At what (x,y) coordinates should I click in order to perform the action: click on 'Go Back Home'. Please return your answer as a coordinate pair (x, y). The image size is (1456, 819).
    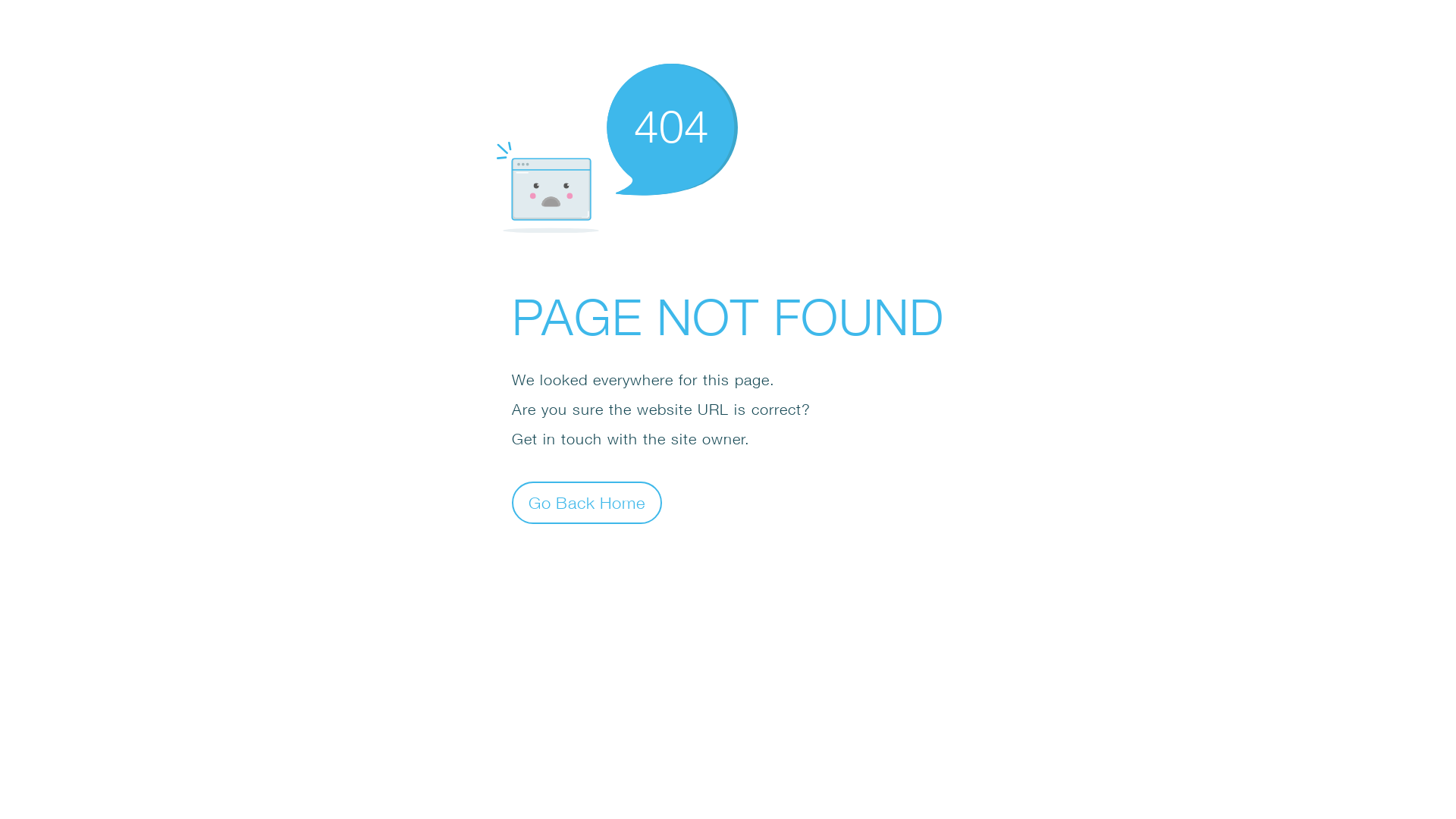
    Looking at the image, I should click on (585, 503).